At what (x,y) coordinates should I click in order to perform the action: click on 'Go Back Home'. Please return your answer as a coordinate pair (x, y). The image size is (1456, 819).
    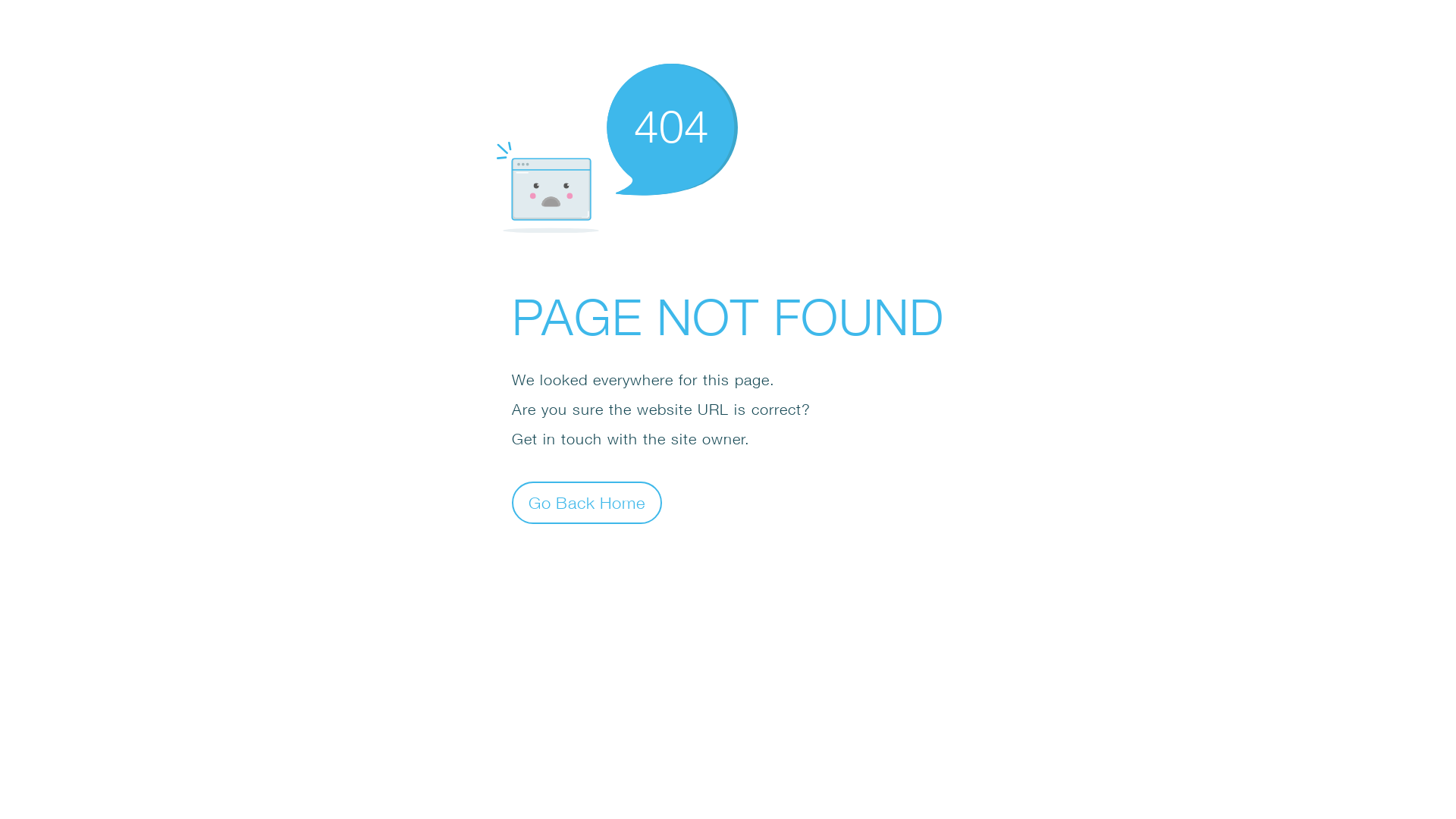
    Looking at the image, I should click on (585, 503).